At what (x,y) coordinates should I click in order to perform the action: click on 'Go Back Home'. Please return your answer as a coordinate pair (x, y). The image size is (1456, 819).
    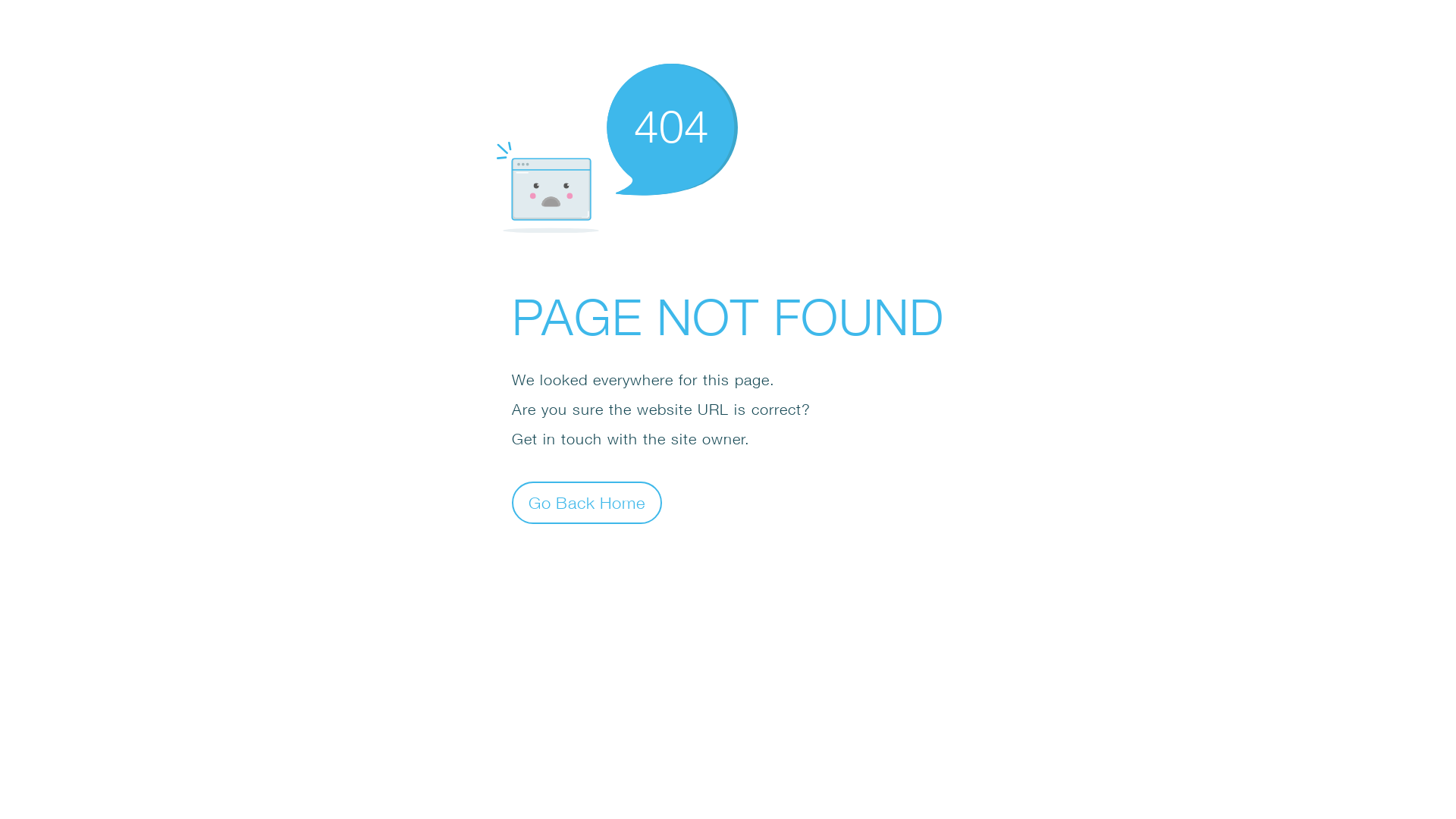
    Looking at the image, I should click on (585, 503).